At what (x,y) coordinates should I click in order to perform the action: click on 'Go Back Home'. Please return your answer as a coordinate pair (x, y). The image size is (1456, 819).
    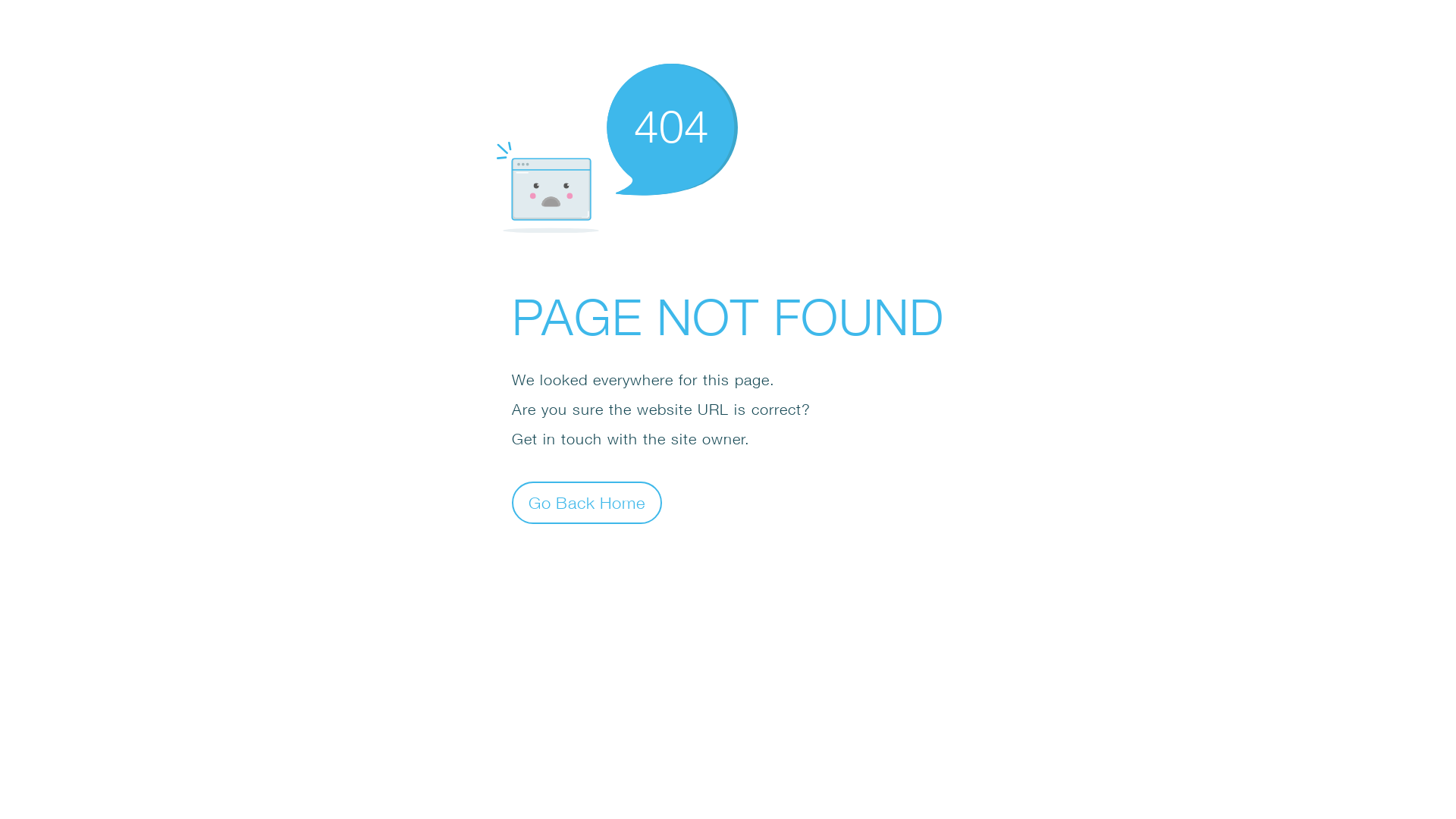
    Looking at the image, I should click on (585, 503).